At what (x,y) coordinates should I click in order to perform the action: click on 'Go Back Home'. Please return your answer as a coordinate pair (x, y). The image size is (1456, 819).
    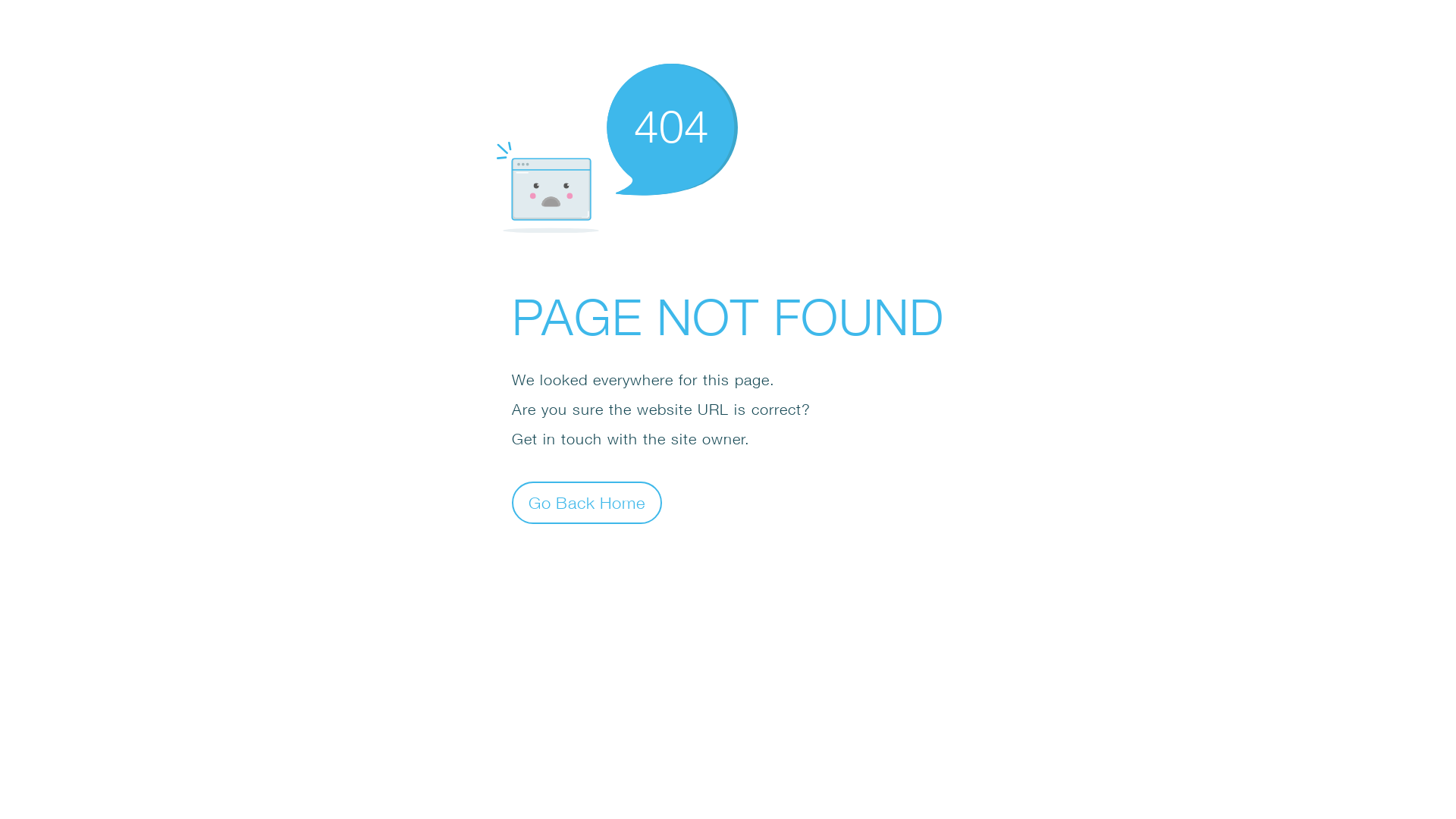
    Looking at the image, I should click on (585, 503).